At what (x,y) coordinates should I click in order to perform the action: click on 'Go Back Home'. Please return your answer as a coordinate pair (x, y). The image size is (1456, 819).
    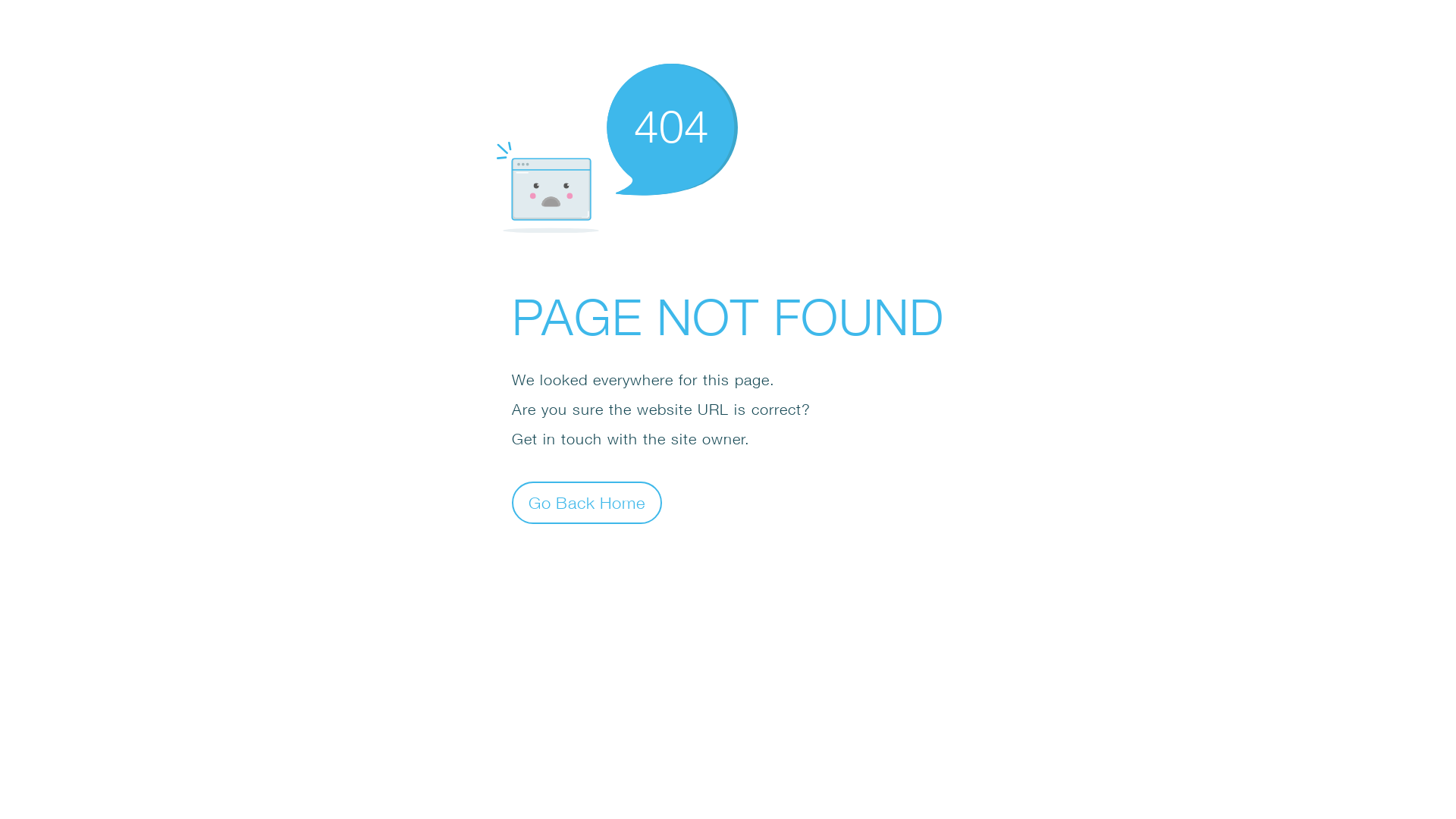
    Looking at the image, I should click on (585, 503).